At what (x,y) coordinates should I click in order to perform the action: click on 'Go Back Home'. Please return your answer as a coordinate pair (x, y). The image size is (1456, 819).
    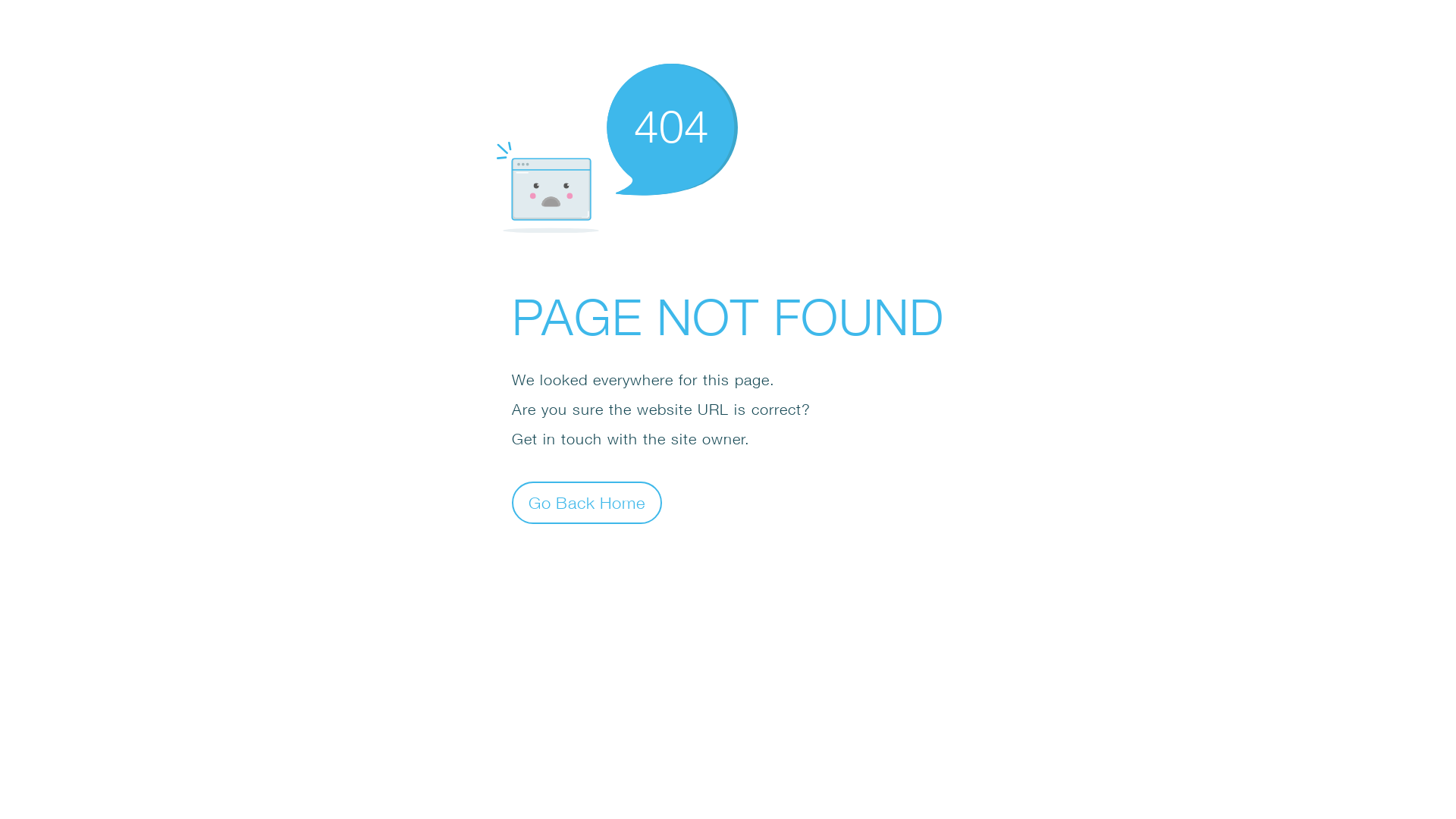
    Looking at the image, I should click on (585, 503).